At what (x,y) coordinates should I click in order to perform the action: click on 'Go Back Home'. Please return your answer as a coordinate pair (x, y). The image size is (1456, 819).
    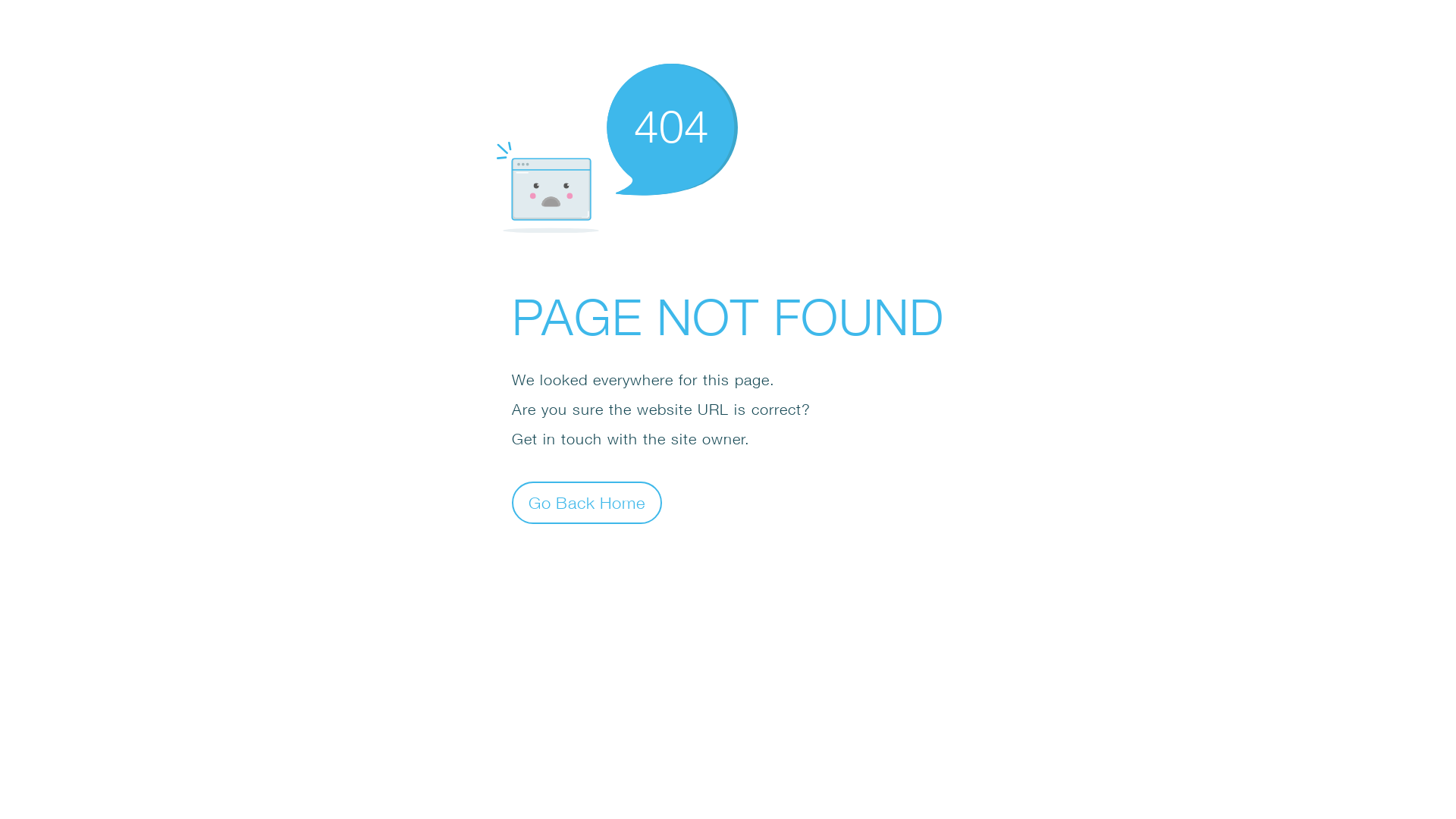
    Looking at the image, I should click on (585, 503).